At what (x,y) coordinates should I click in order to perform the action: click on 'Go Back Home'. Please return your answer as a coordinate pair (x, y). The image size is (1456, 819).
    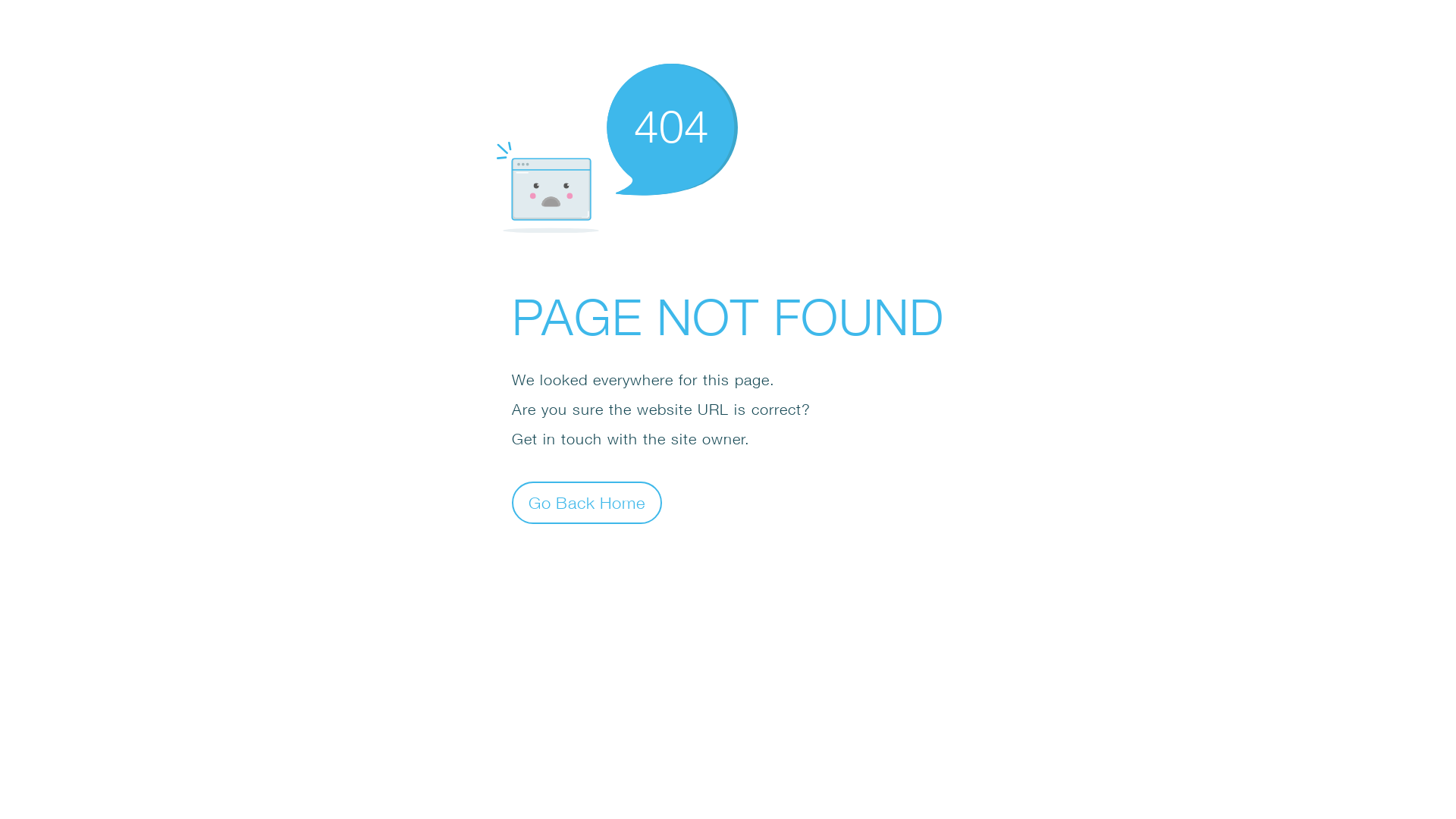
    Looking at the image, I should click on (585, 503).